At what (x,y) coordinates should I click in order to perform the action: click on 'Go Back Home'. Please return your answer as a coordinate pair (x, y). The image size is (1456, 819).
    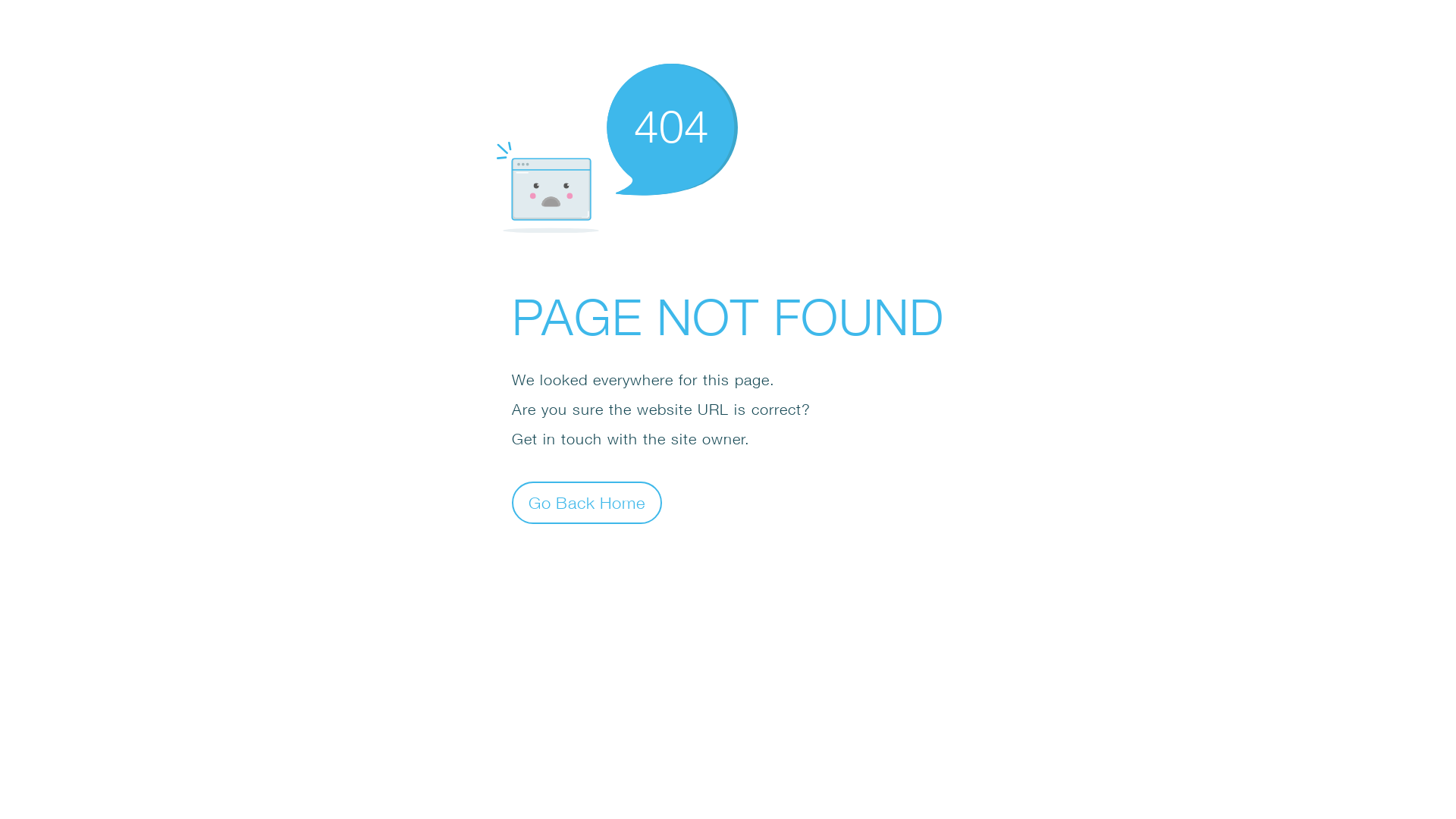
    Looking at the image, I should click on (585, 503).